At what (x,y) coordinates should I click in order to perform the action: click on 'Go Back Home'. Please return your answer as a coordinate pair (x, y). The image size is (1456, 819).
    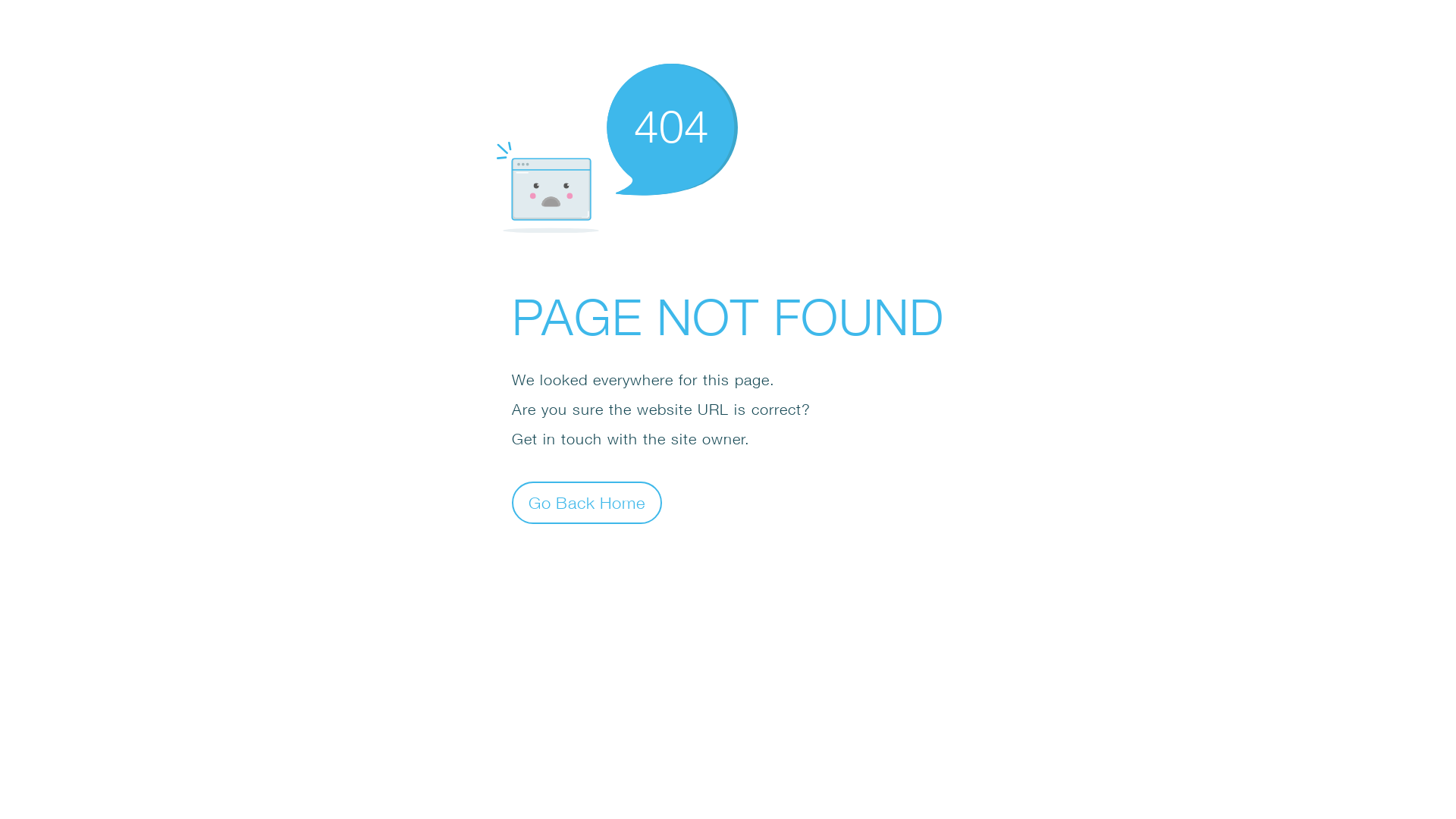
    Looking at the image, I should click on (585, 503).